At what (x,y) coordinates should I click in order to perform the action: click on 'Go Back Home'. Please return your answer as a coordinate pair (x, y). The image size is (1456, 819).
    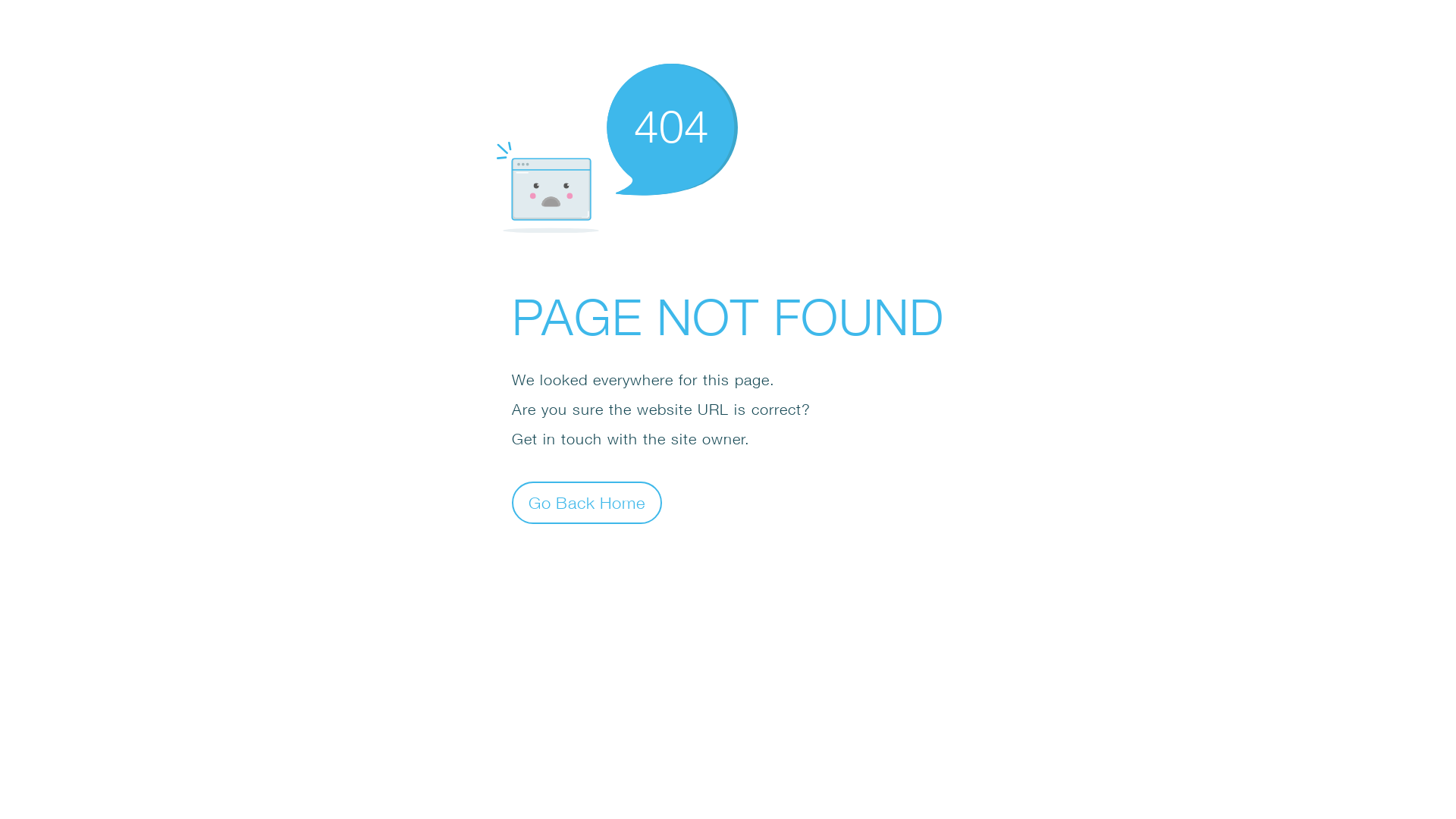
    Looking at the image, I should click on (585, 503).